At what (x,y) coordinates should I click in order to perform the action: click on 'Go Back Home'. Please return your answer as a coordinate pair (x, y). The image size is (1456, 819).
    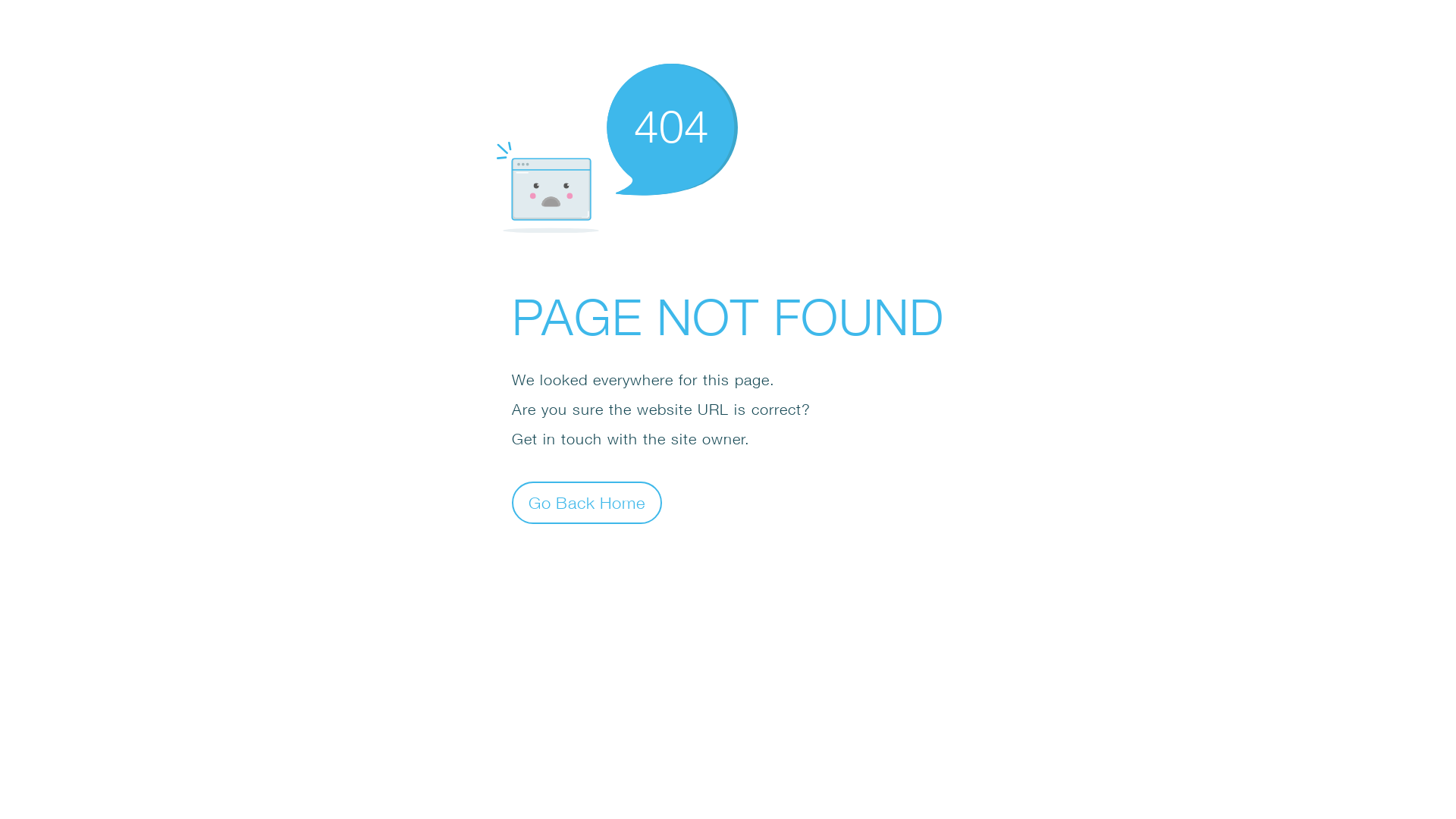
    Looking at the image, I should click on (585, 503).